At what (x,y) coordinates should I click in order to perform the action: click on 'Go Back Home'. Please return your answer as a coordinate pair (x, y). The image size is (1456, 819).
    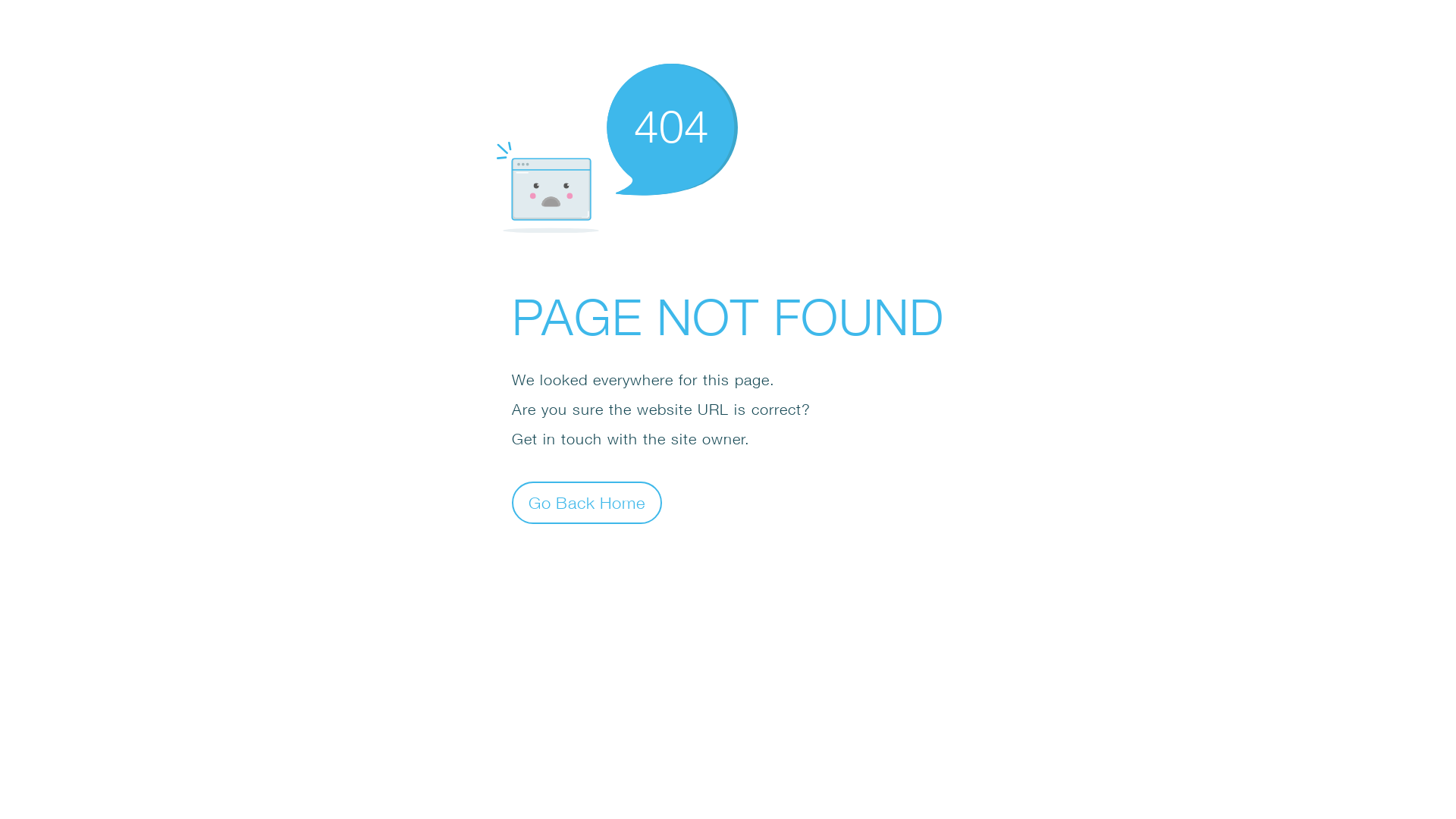
    Looking at the image, I should click on (585, 503).